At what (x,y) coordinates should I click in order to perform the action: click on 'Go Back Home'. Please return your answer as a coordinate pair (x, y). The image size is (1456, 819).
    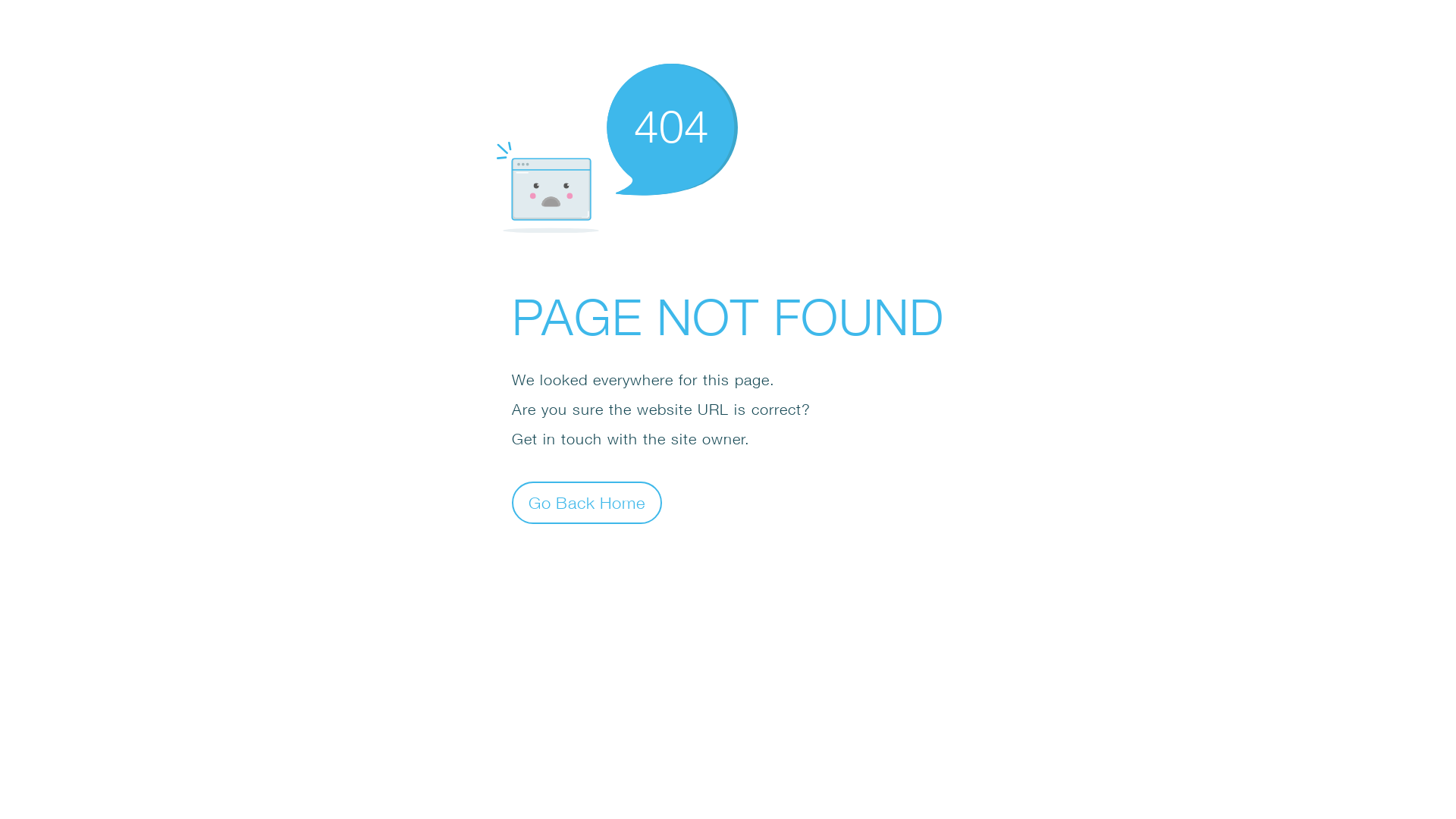
    Looking at the image, I should click on (585, 503).